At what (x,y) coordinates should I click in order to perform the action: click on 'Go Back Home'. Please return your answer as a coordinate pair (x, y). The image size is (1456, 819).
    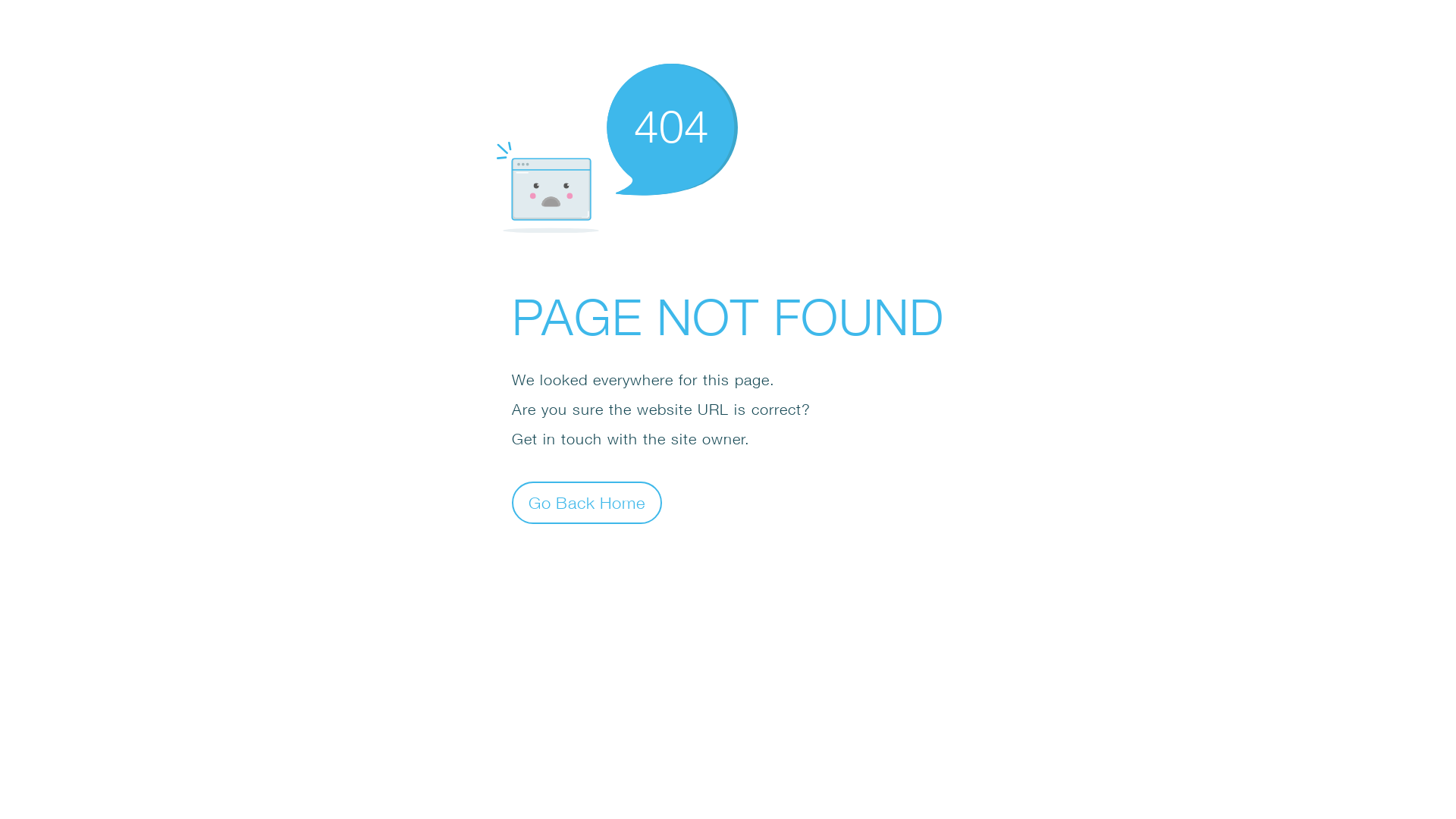
    Looking at the image, I should click on (585, 503).